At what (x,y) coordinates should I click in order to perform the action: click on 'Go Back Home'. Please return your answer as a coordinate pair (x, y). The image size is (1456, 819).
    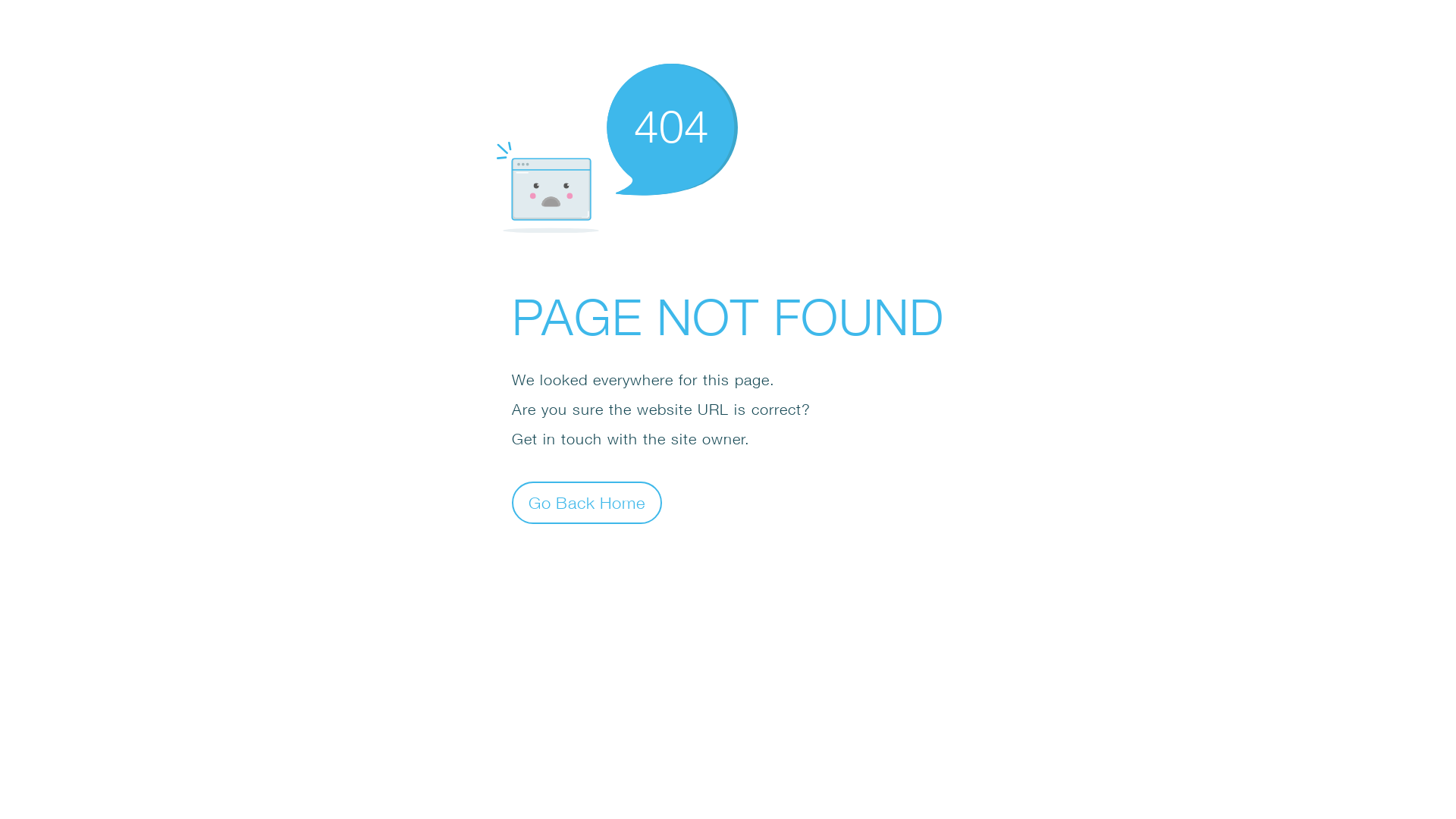
    Looking at the image, I should click on (585, 503).